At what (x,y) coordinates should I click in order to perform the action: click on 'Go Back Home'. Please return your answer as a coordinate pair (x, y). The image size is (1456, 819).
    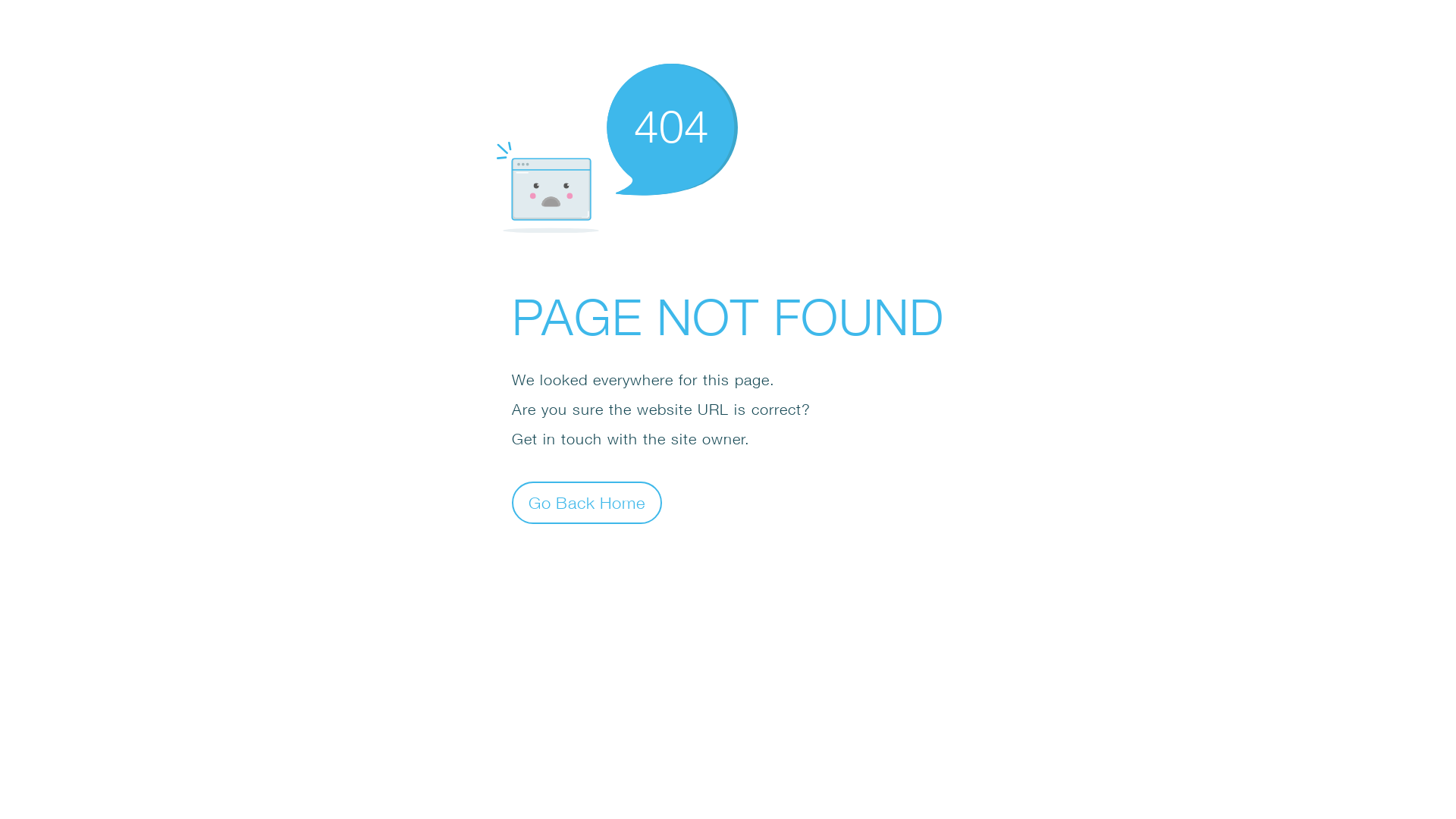
    Looking at the image, I should click on (585, 503).